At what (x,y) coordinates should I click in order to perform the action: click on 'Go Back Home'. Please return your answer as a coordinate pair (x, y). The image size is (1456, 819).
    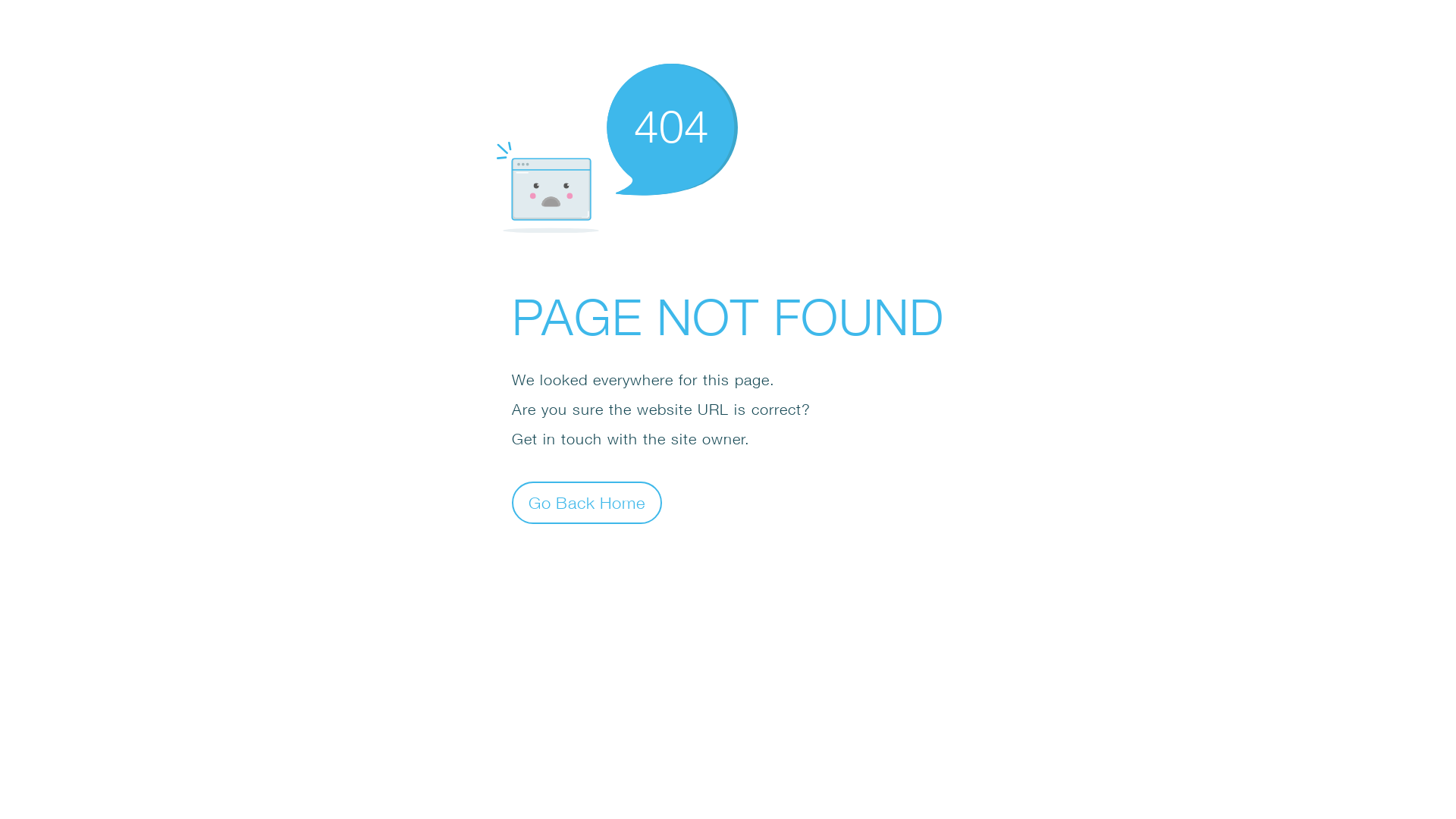
    Looking at the image, I should click on (585, 503).